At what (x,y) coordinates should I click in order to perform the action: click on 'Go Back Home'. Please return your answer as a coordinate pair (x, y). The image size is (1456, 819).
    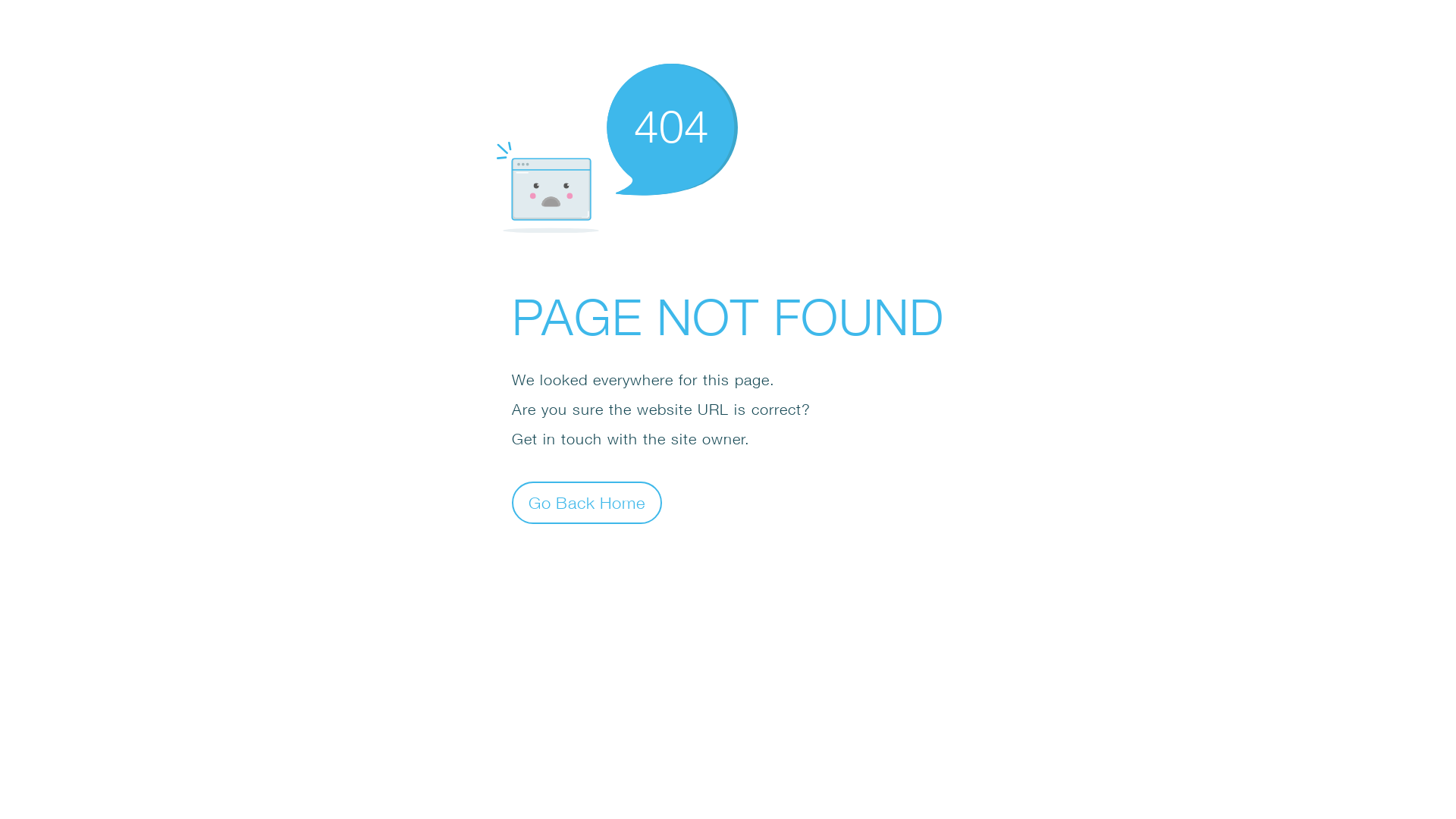
    Looking at the image, I should click on (585, 503).